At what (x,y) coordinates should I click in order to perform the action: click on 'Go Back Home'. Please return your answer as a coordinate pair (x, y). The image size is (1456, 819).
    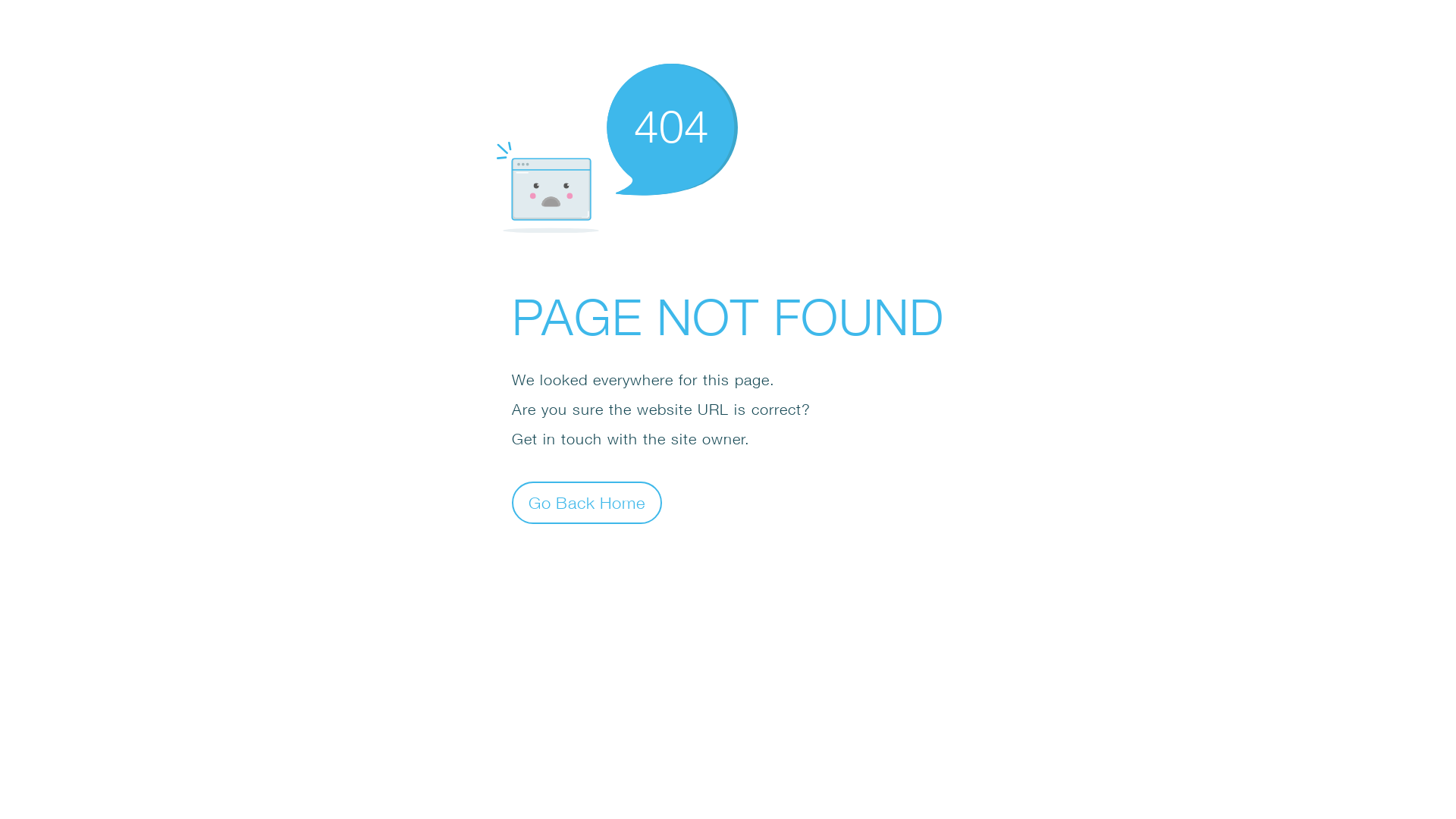
    Looking at the image, I should click on (585, 503).